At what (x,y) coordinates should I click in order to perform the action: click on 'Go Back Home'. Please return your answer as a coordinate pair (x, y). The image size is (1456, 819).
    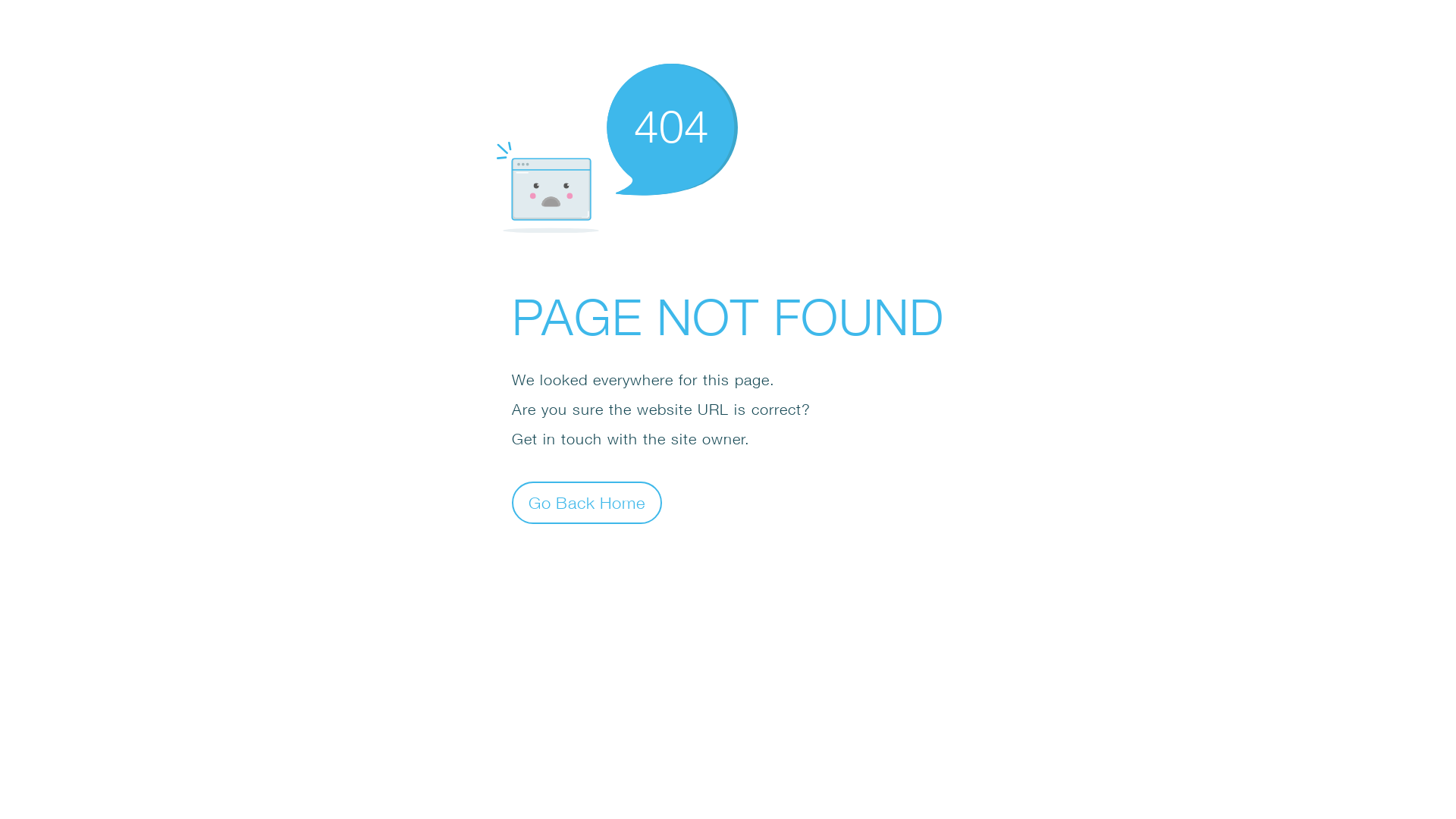
    Looking at the image, I should click on (585, 503).